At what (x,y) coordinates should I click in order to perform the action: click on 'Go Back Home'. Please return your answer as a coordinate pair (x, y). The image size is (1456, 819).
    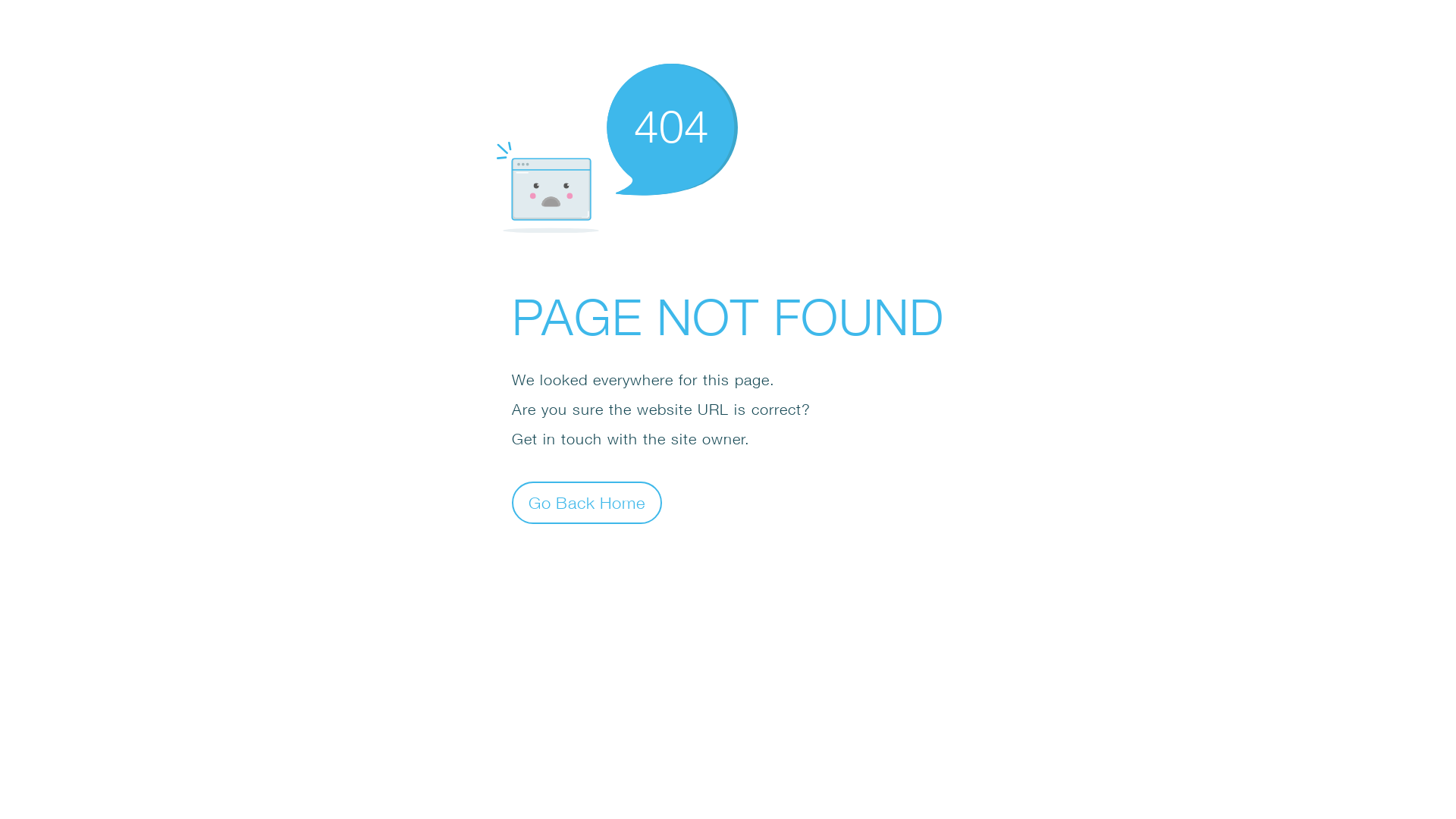
    Looking at the image, I should click on (585, 503).